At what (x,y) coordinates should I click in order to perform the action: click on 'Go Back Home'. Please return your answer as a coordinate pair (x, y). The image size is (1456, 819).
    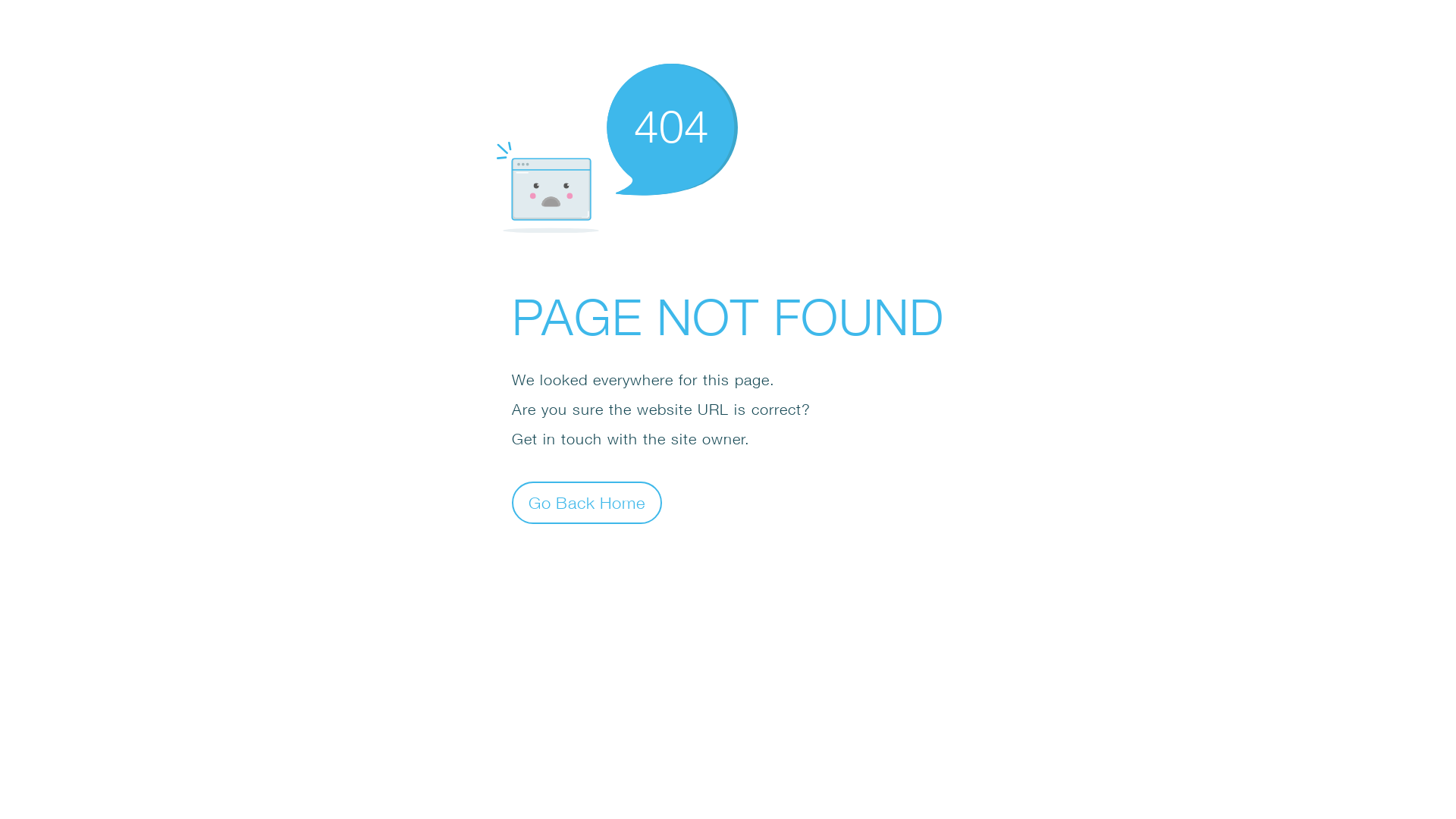
    Looking at the image, I should click on (585, 503).